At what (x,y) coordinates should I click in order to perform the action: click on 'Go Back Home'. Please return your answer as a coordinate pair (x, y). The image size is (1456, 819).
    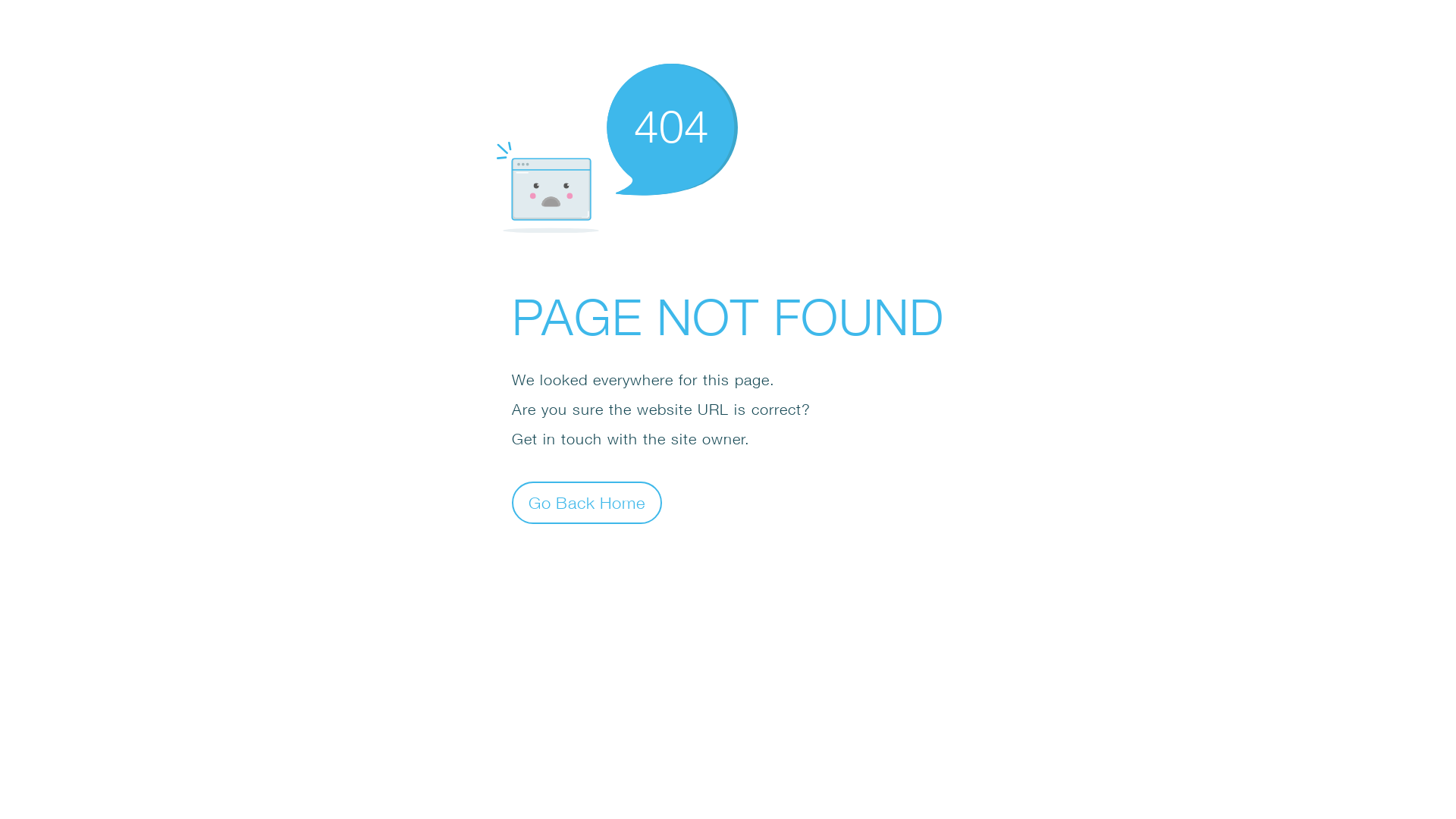
    Looking at the image, I should click on (585, 503).